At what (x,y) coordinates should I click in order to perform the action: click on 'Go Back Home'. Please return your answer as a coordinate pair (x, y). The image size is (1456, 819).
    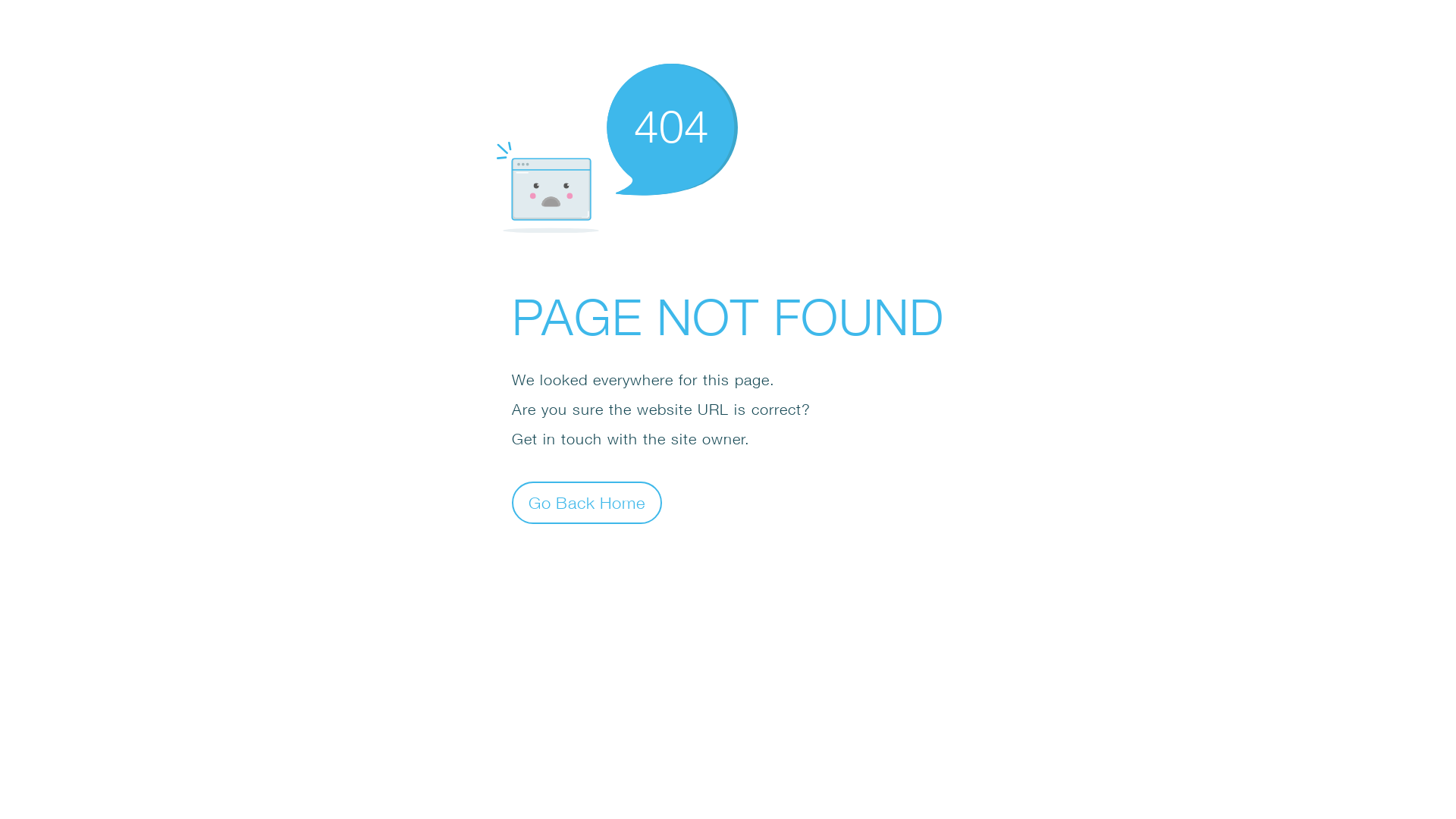
    Looking at the image, I should click on (585, 503).